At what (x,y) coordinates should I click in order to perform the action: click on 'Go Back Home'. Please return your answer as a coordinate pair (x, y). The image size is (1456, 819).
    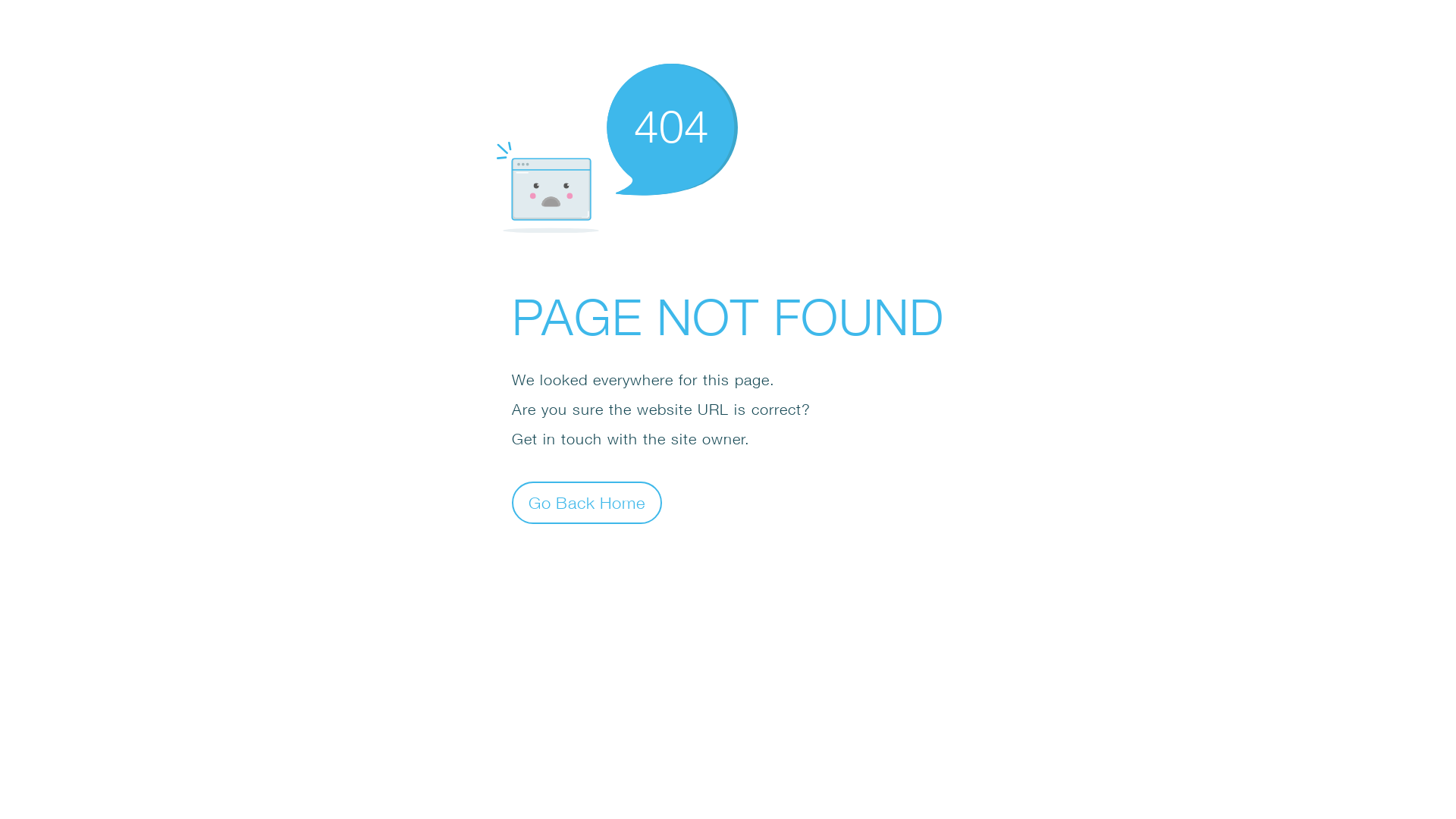
    Looking at the image, I should click on (585, 503).